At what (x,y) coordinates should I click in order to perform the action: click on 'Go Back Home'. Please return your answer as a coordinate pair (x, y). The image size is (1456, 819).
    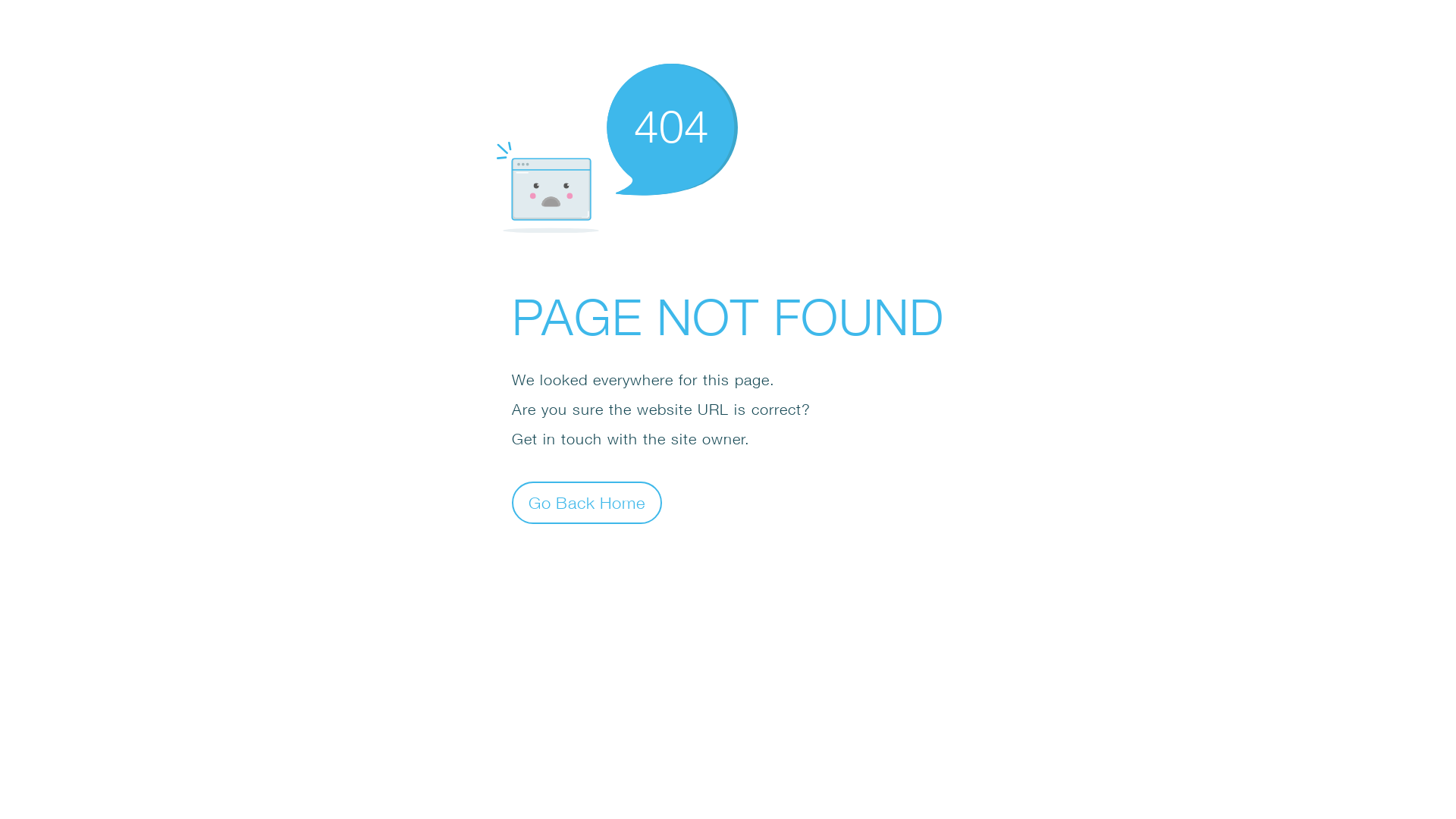
    Looking at the image, I should click on (585, 503).